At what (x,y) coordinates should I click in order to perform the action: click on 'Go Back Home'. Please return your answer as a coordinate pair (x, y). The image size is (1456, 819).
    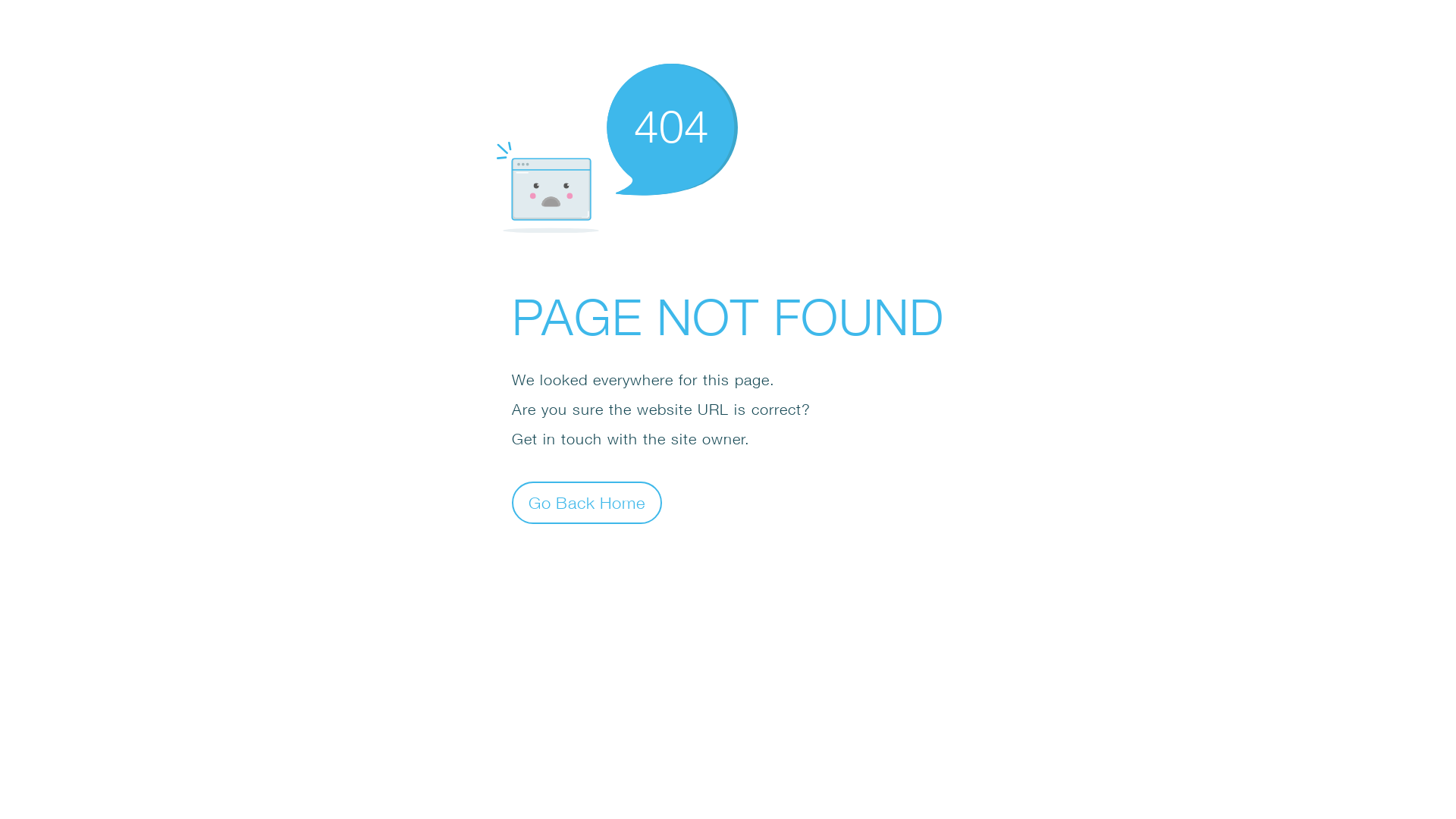
    Looking at the image, I should click on (585, 503).